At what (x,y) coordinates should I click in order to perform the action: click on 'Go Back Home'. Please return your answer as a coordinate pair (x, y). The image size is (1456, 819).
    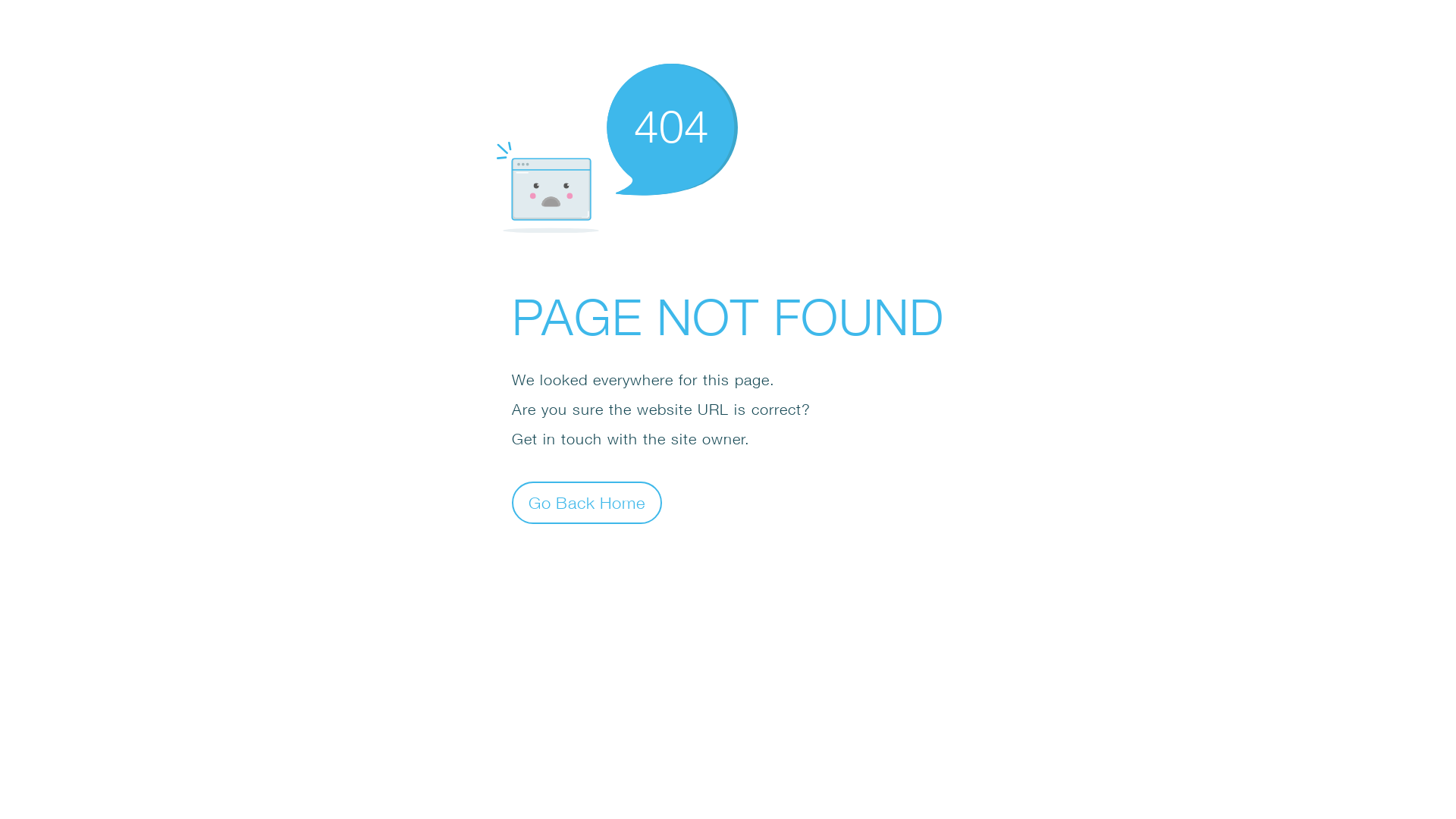
    Looking at the image, I should click on (585, 503).